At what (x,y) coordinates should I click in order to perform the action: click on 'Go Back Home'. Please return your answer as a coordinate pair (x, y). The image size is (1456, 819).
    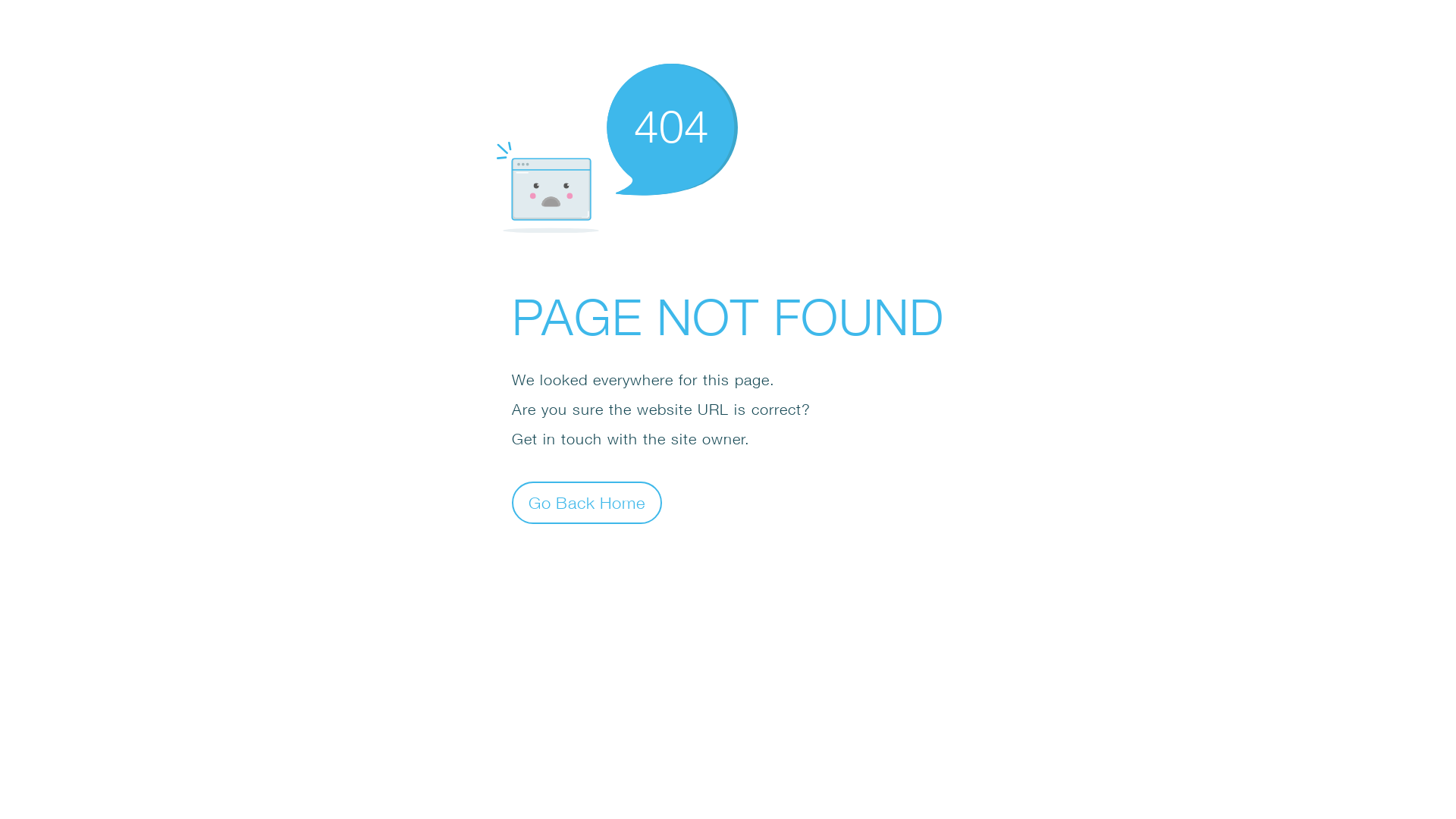
    Looking at the image, I should click on (585, 503).